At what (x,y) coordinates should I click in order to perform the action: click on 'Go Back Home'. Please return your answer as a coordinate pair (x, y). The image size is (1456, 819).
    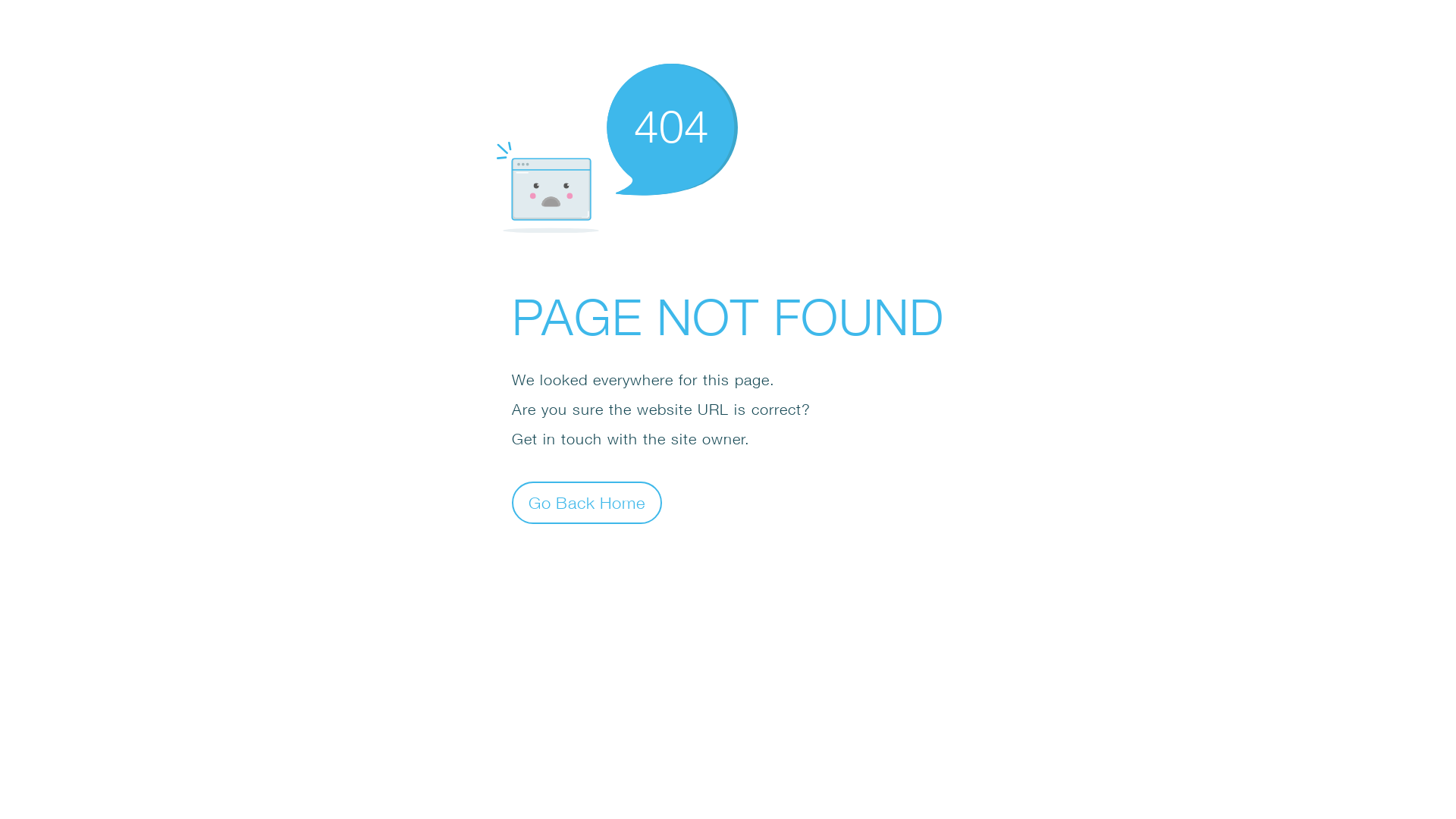
    Looking at the image, I should click on (585, 503).